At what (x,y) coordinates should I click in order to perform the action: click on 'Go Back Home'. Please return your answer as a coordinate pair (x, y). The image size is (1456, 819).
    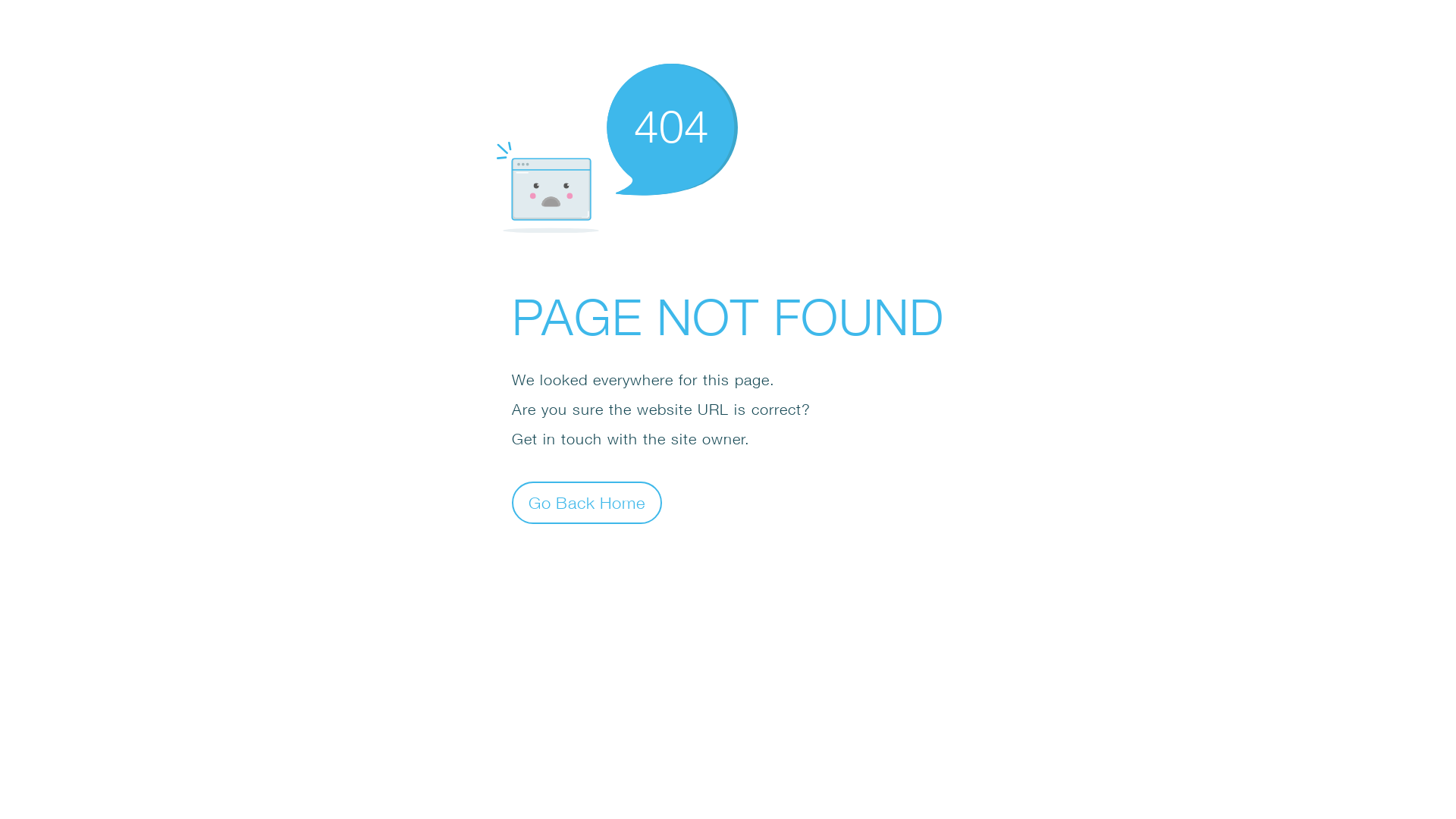
    Looking at the image, I should click on (585, 503).